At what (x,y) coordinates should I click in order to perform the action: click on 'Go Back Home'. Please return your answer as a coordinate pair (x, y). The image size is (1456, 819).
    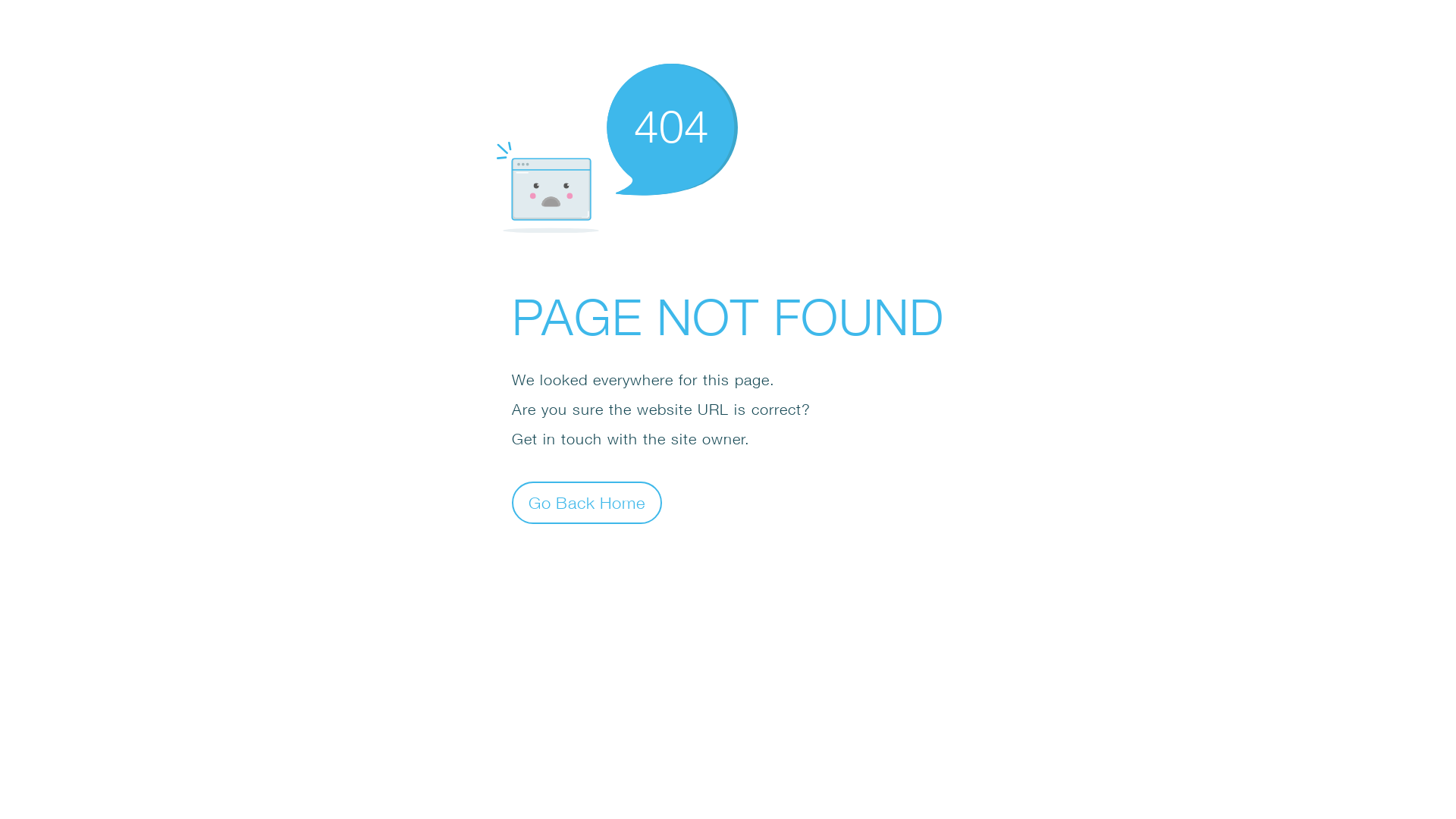
    Looking at the image, I should click on (585, 503).